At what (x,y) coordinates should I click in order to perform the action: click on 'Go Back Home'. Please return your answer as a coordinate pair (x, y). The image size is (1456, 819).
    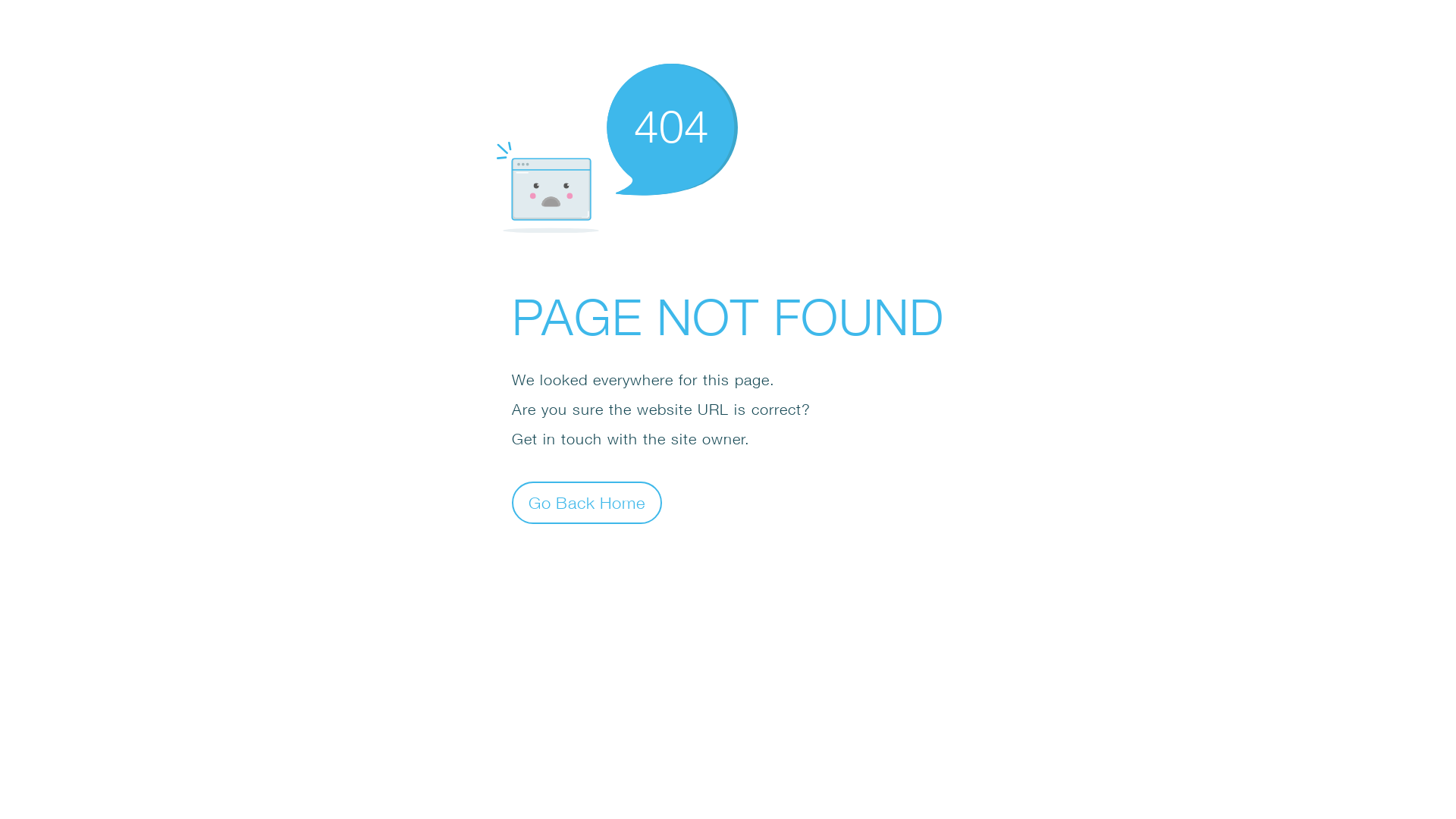
    Looking at the image, I should click on (585, 503).